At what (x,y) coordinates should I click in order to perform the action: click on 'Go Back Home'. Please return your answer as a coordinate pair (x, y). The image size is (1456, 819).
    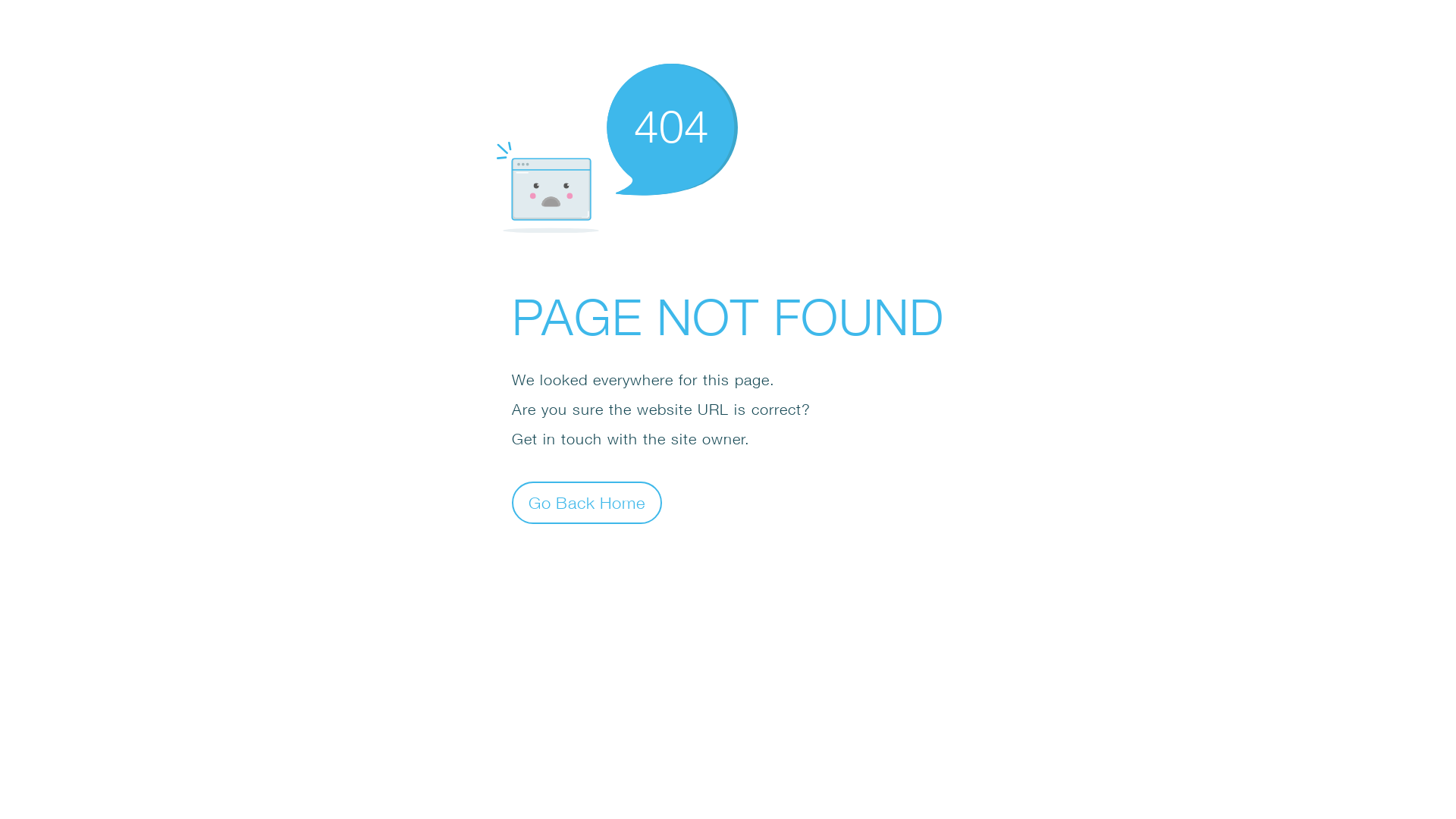
    Looking at the image, I should click on (585, 503).